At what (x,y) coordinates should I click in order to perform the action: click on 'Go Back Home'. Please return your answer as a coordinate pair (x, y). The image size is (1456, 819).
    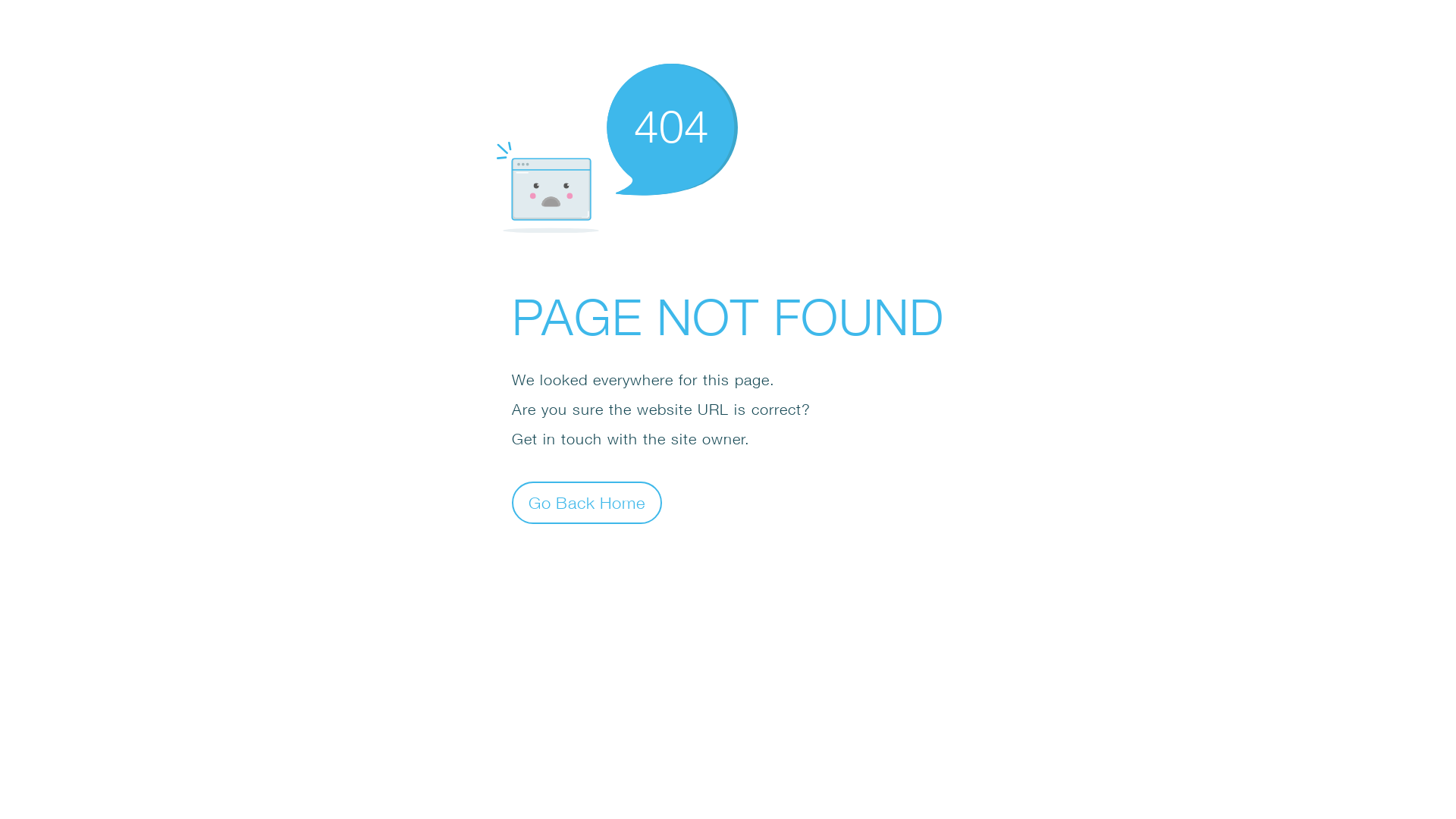
    Looking at the image, I should click on (585, 503).